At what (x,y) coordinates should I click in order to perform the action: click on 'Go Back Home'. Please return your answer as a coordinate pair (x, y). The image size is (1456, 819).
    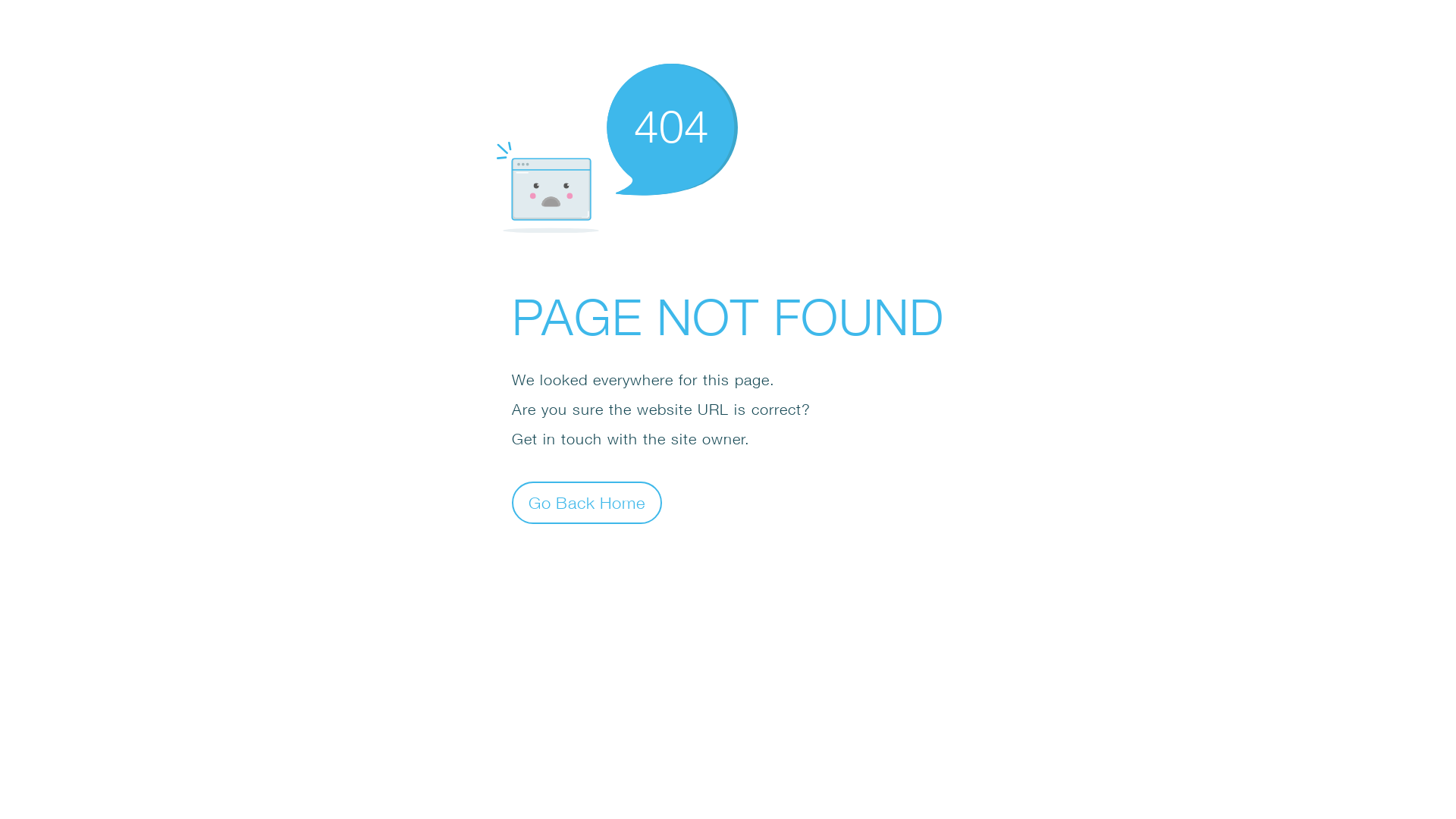
    Looking at the image, I should click on (585, 503).